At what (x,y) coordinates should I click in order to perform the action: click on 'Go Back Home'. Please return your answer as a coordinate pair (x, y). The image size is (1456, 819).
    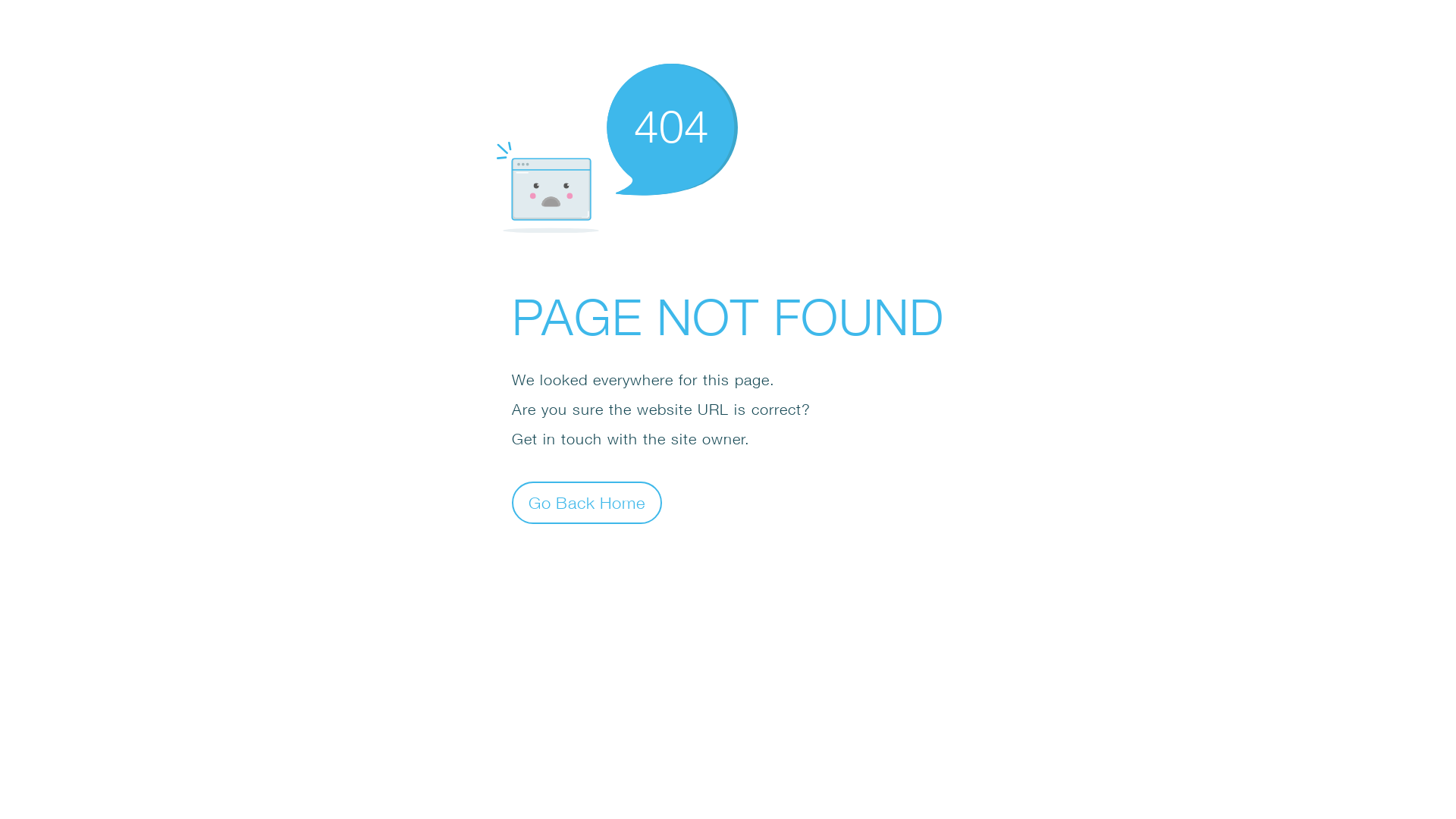
    Looking at the image, I should click on (585, 503).